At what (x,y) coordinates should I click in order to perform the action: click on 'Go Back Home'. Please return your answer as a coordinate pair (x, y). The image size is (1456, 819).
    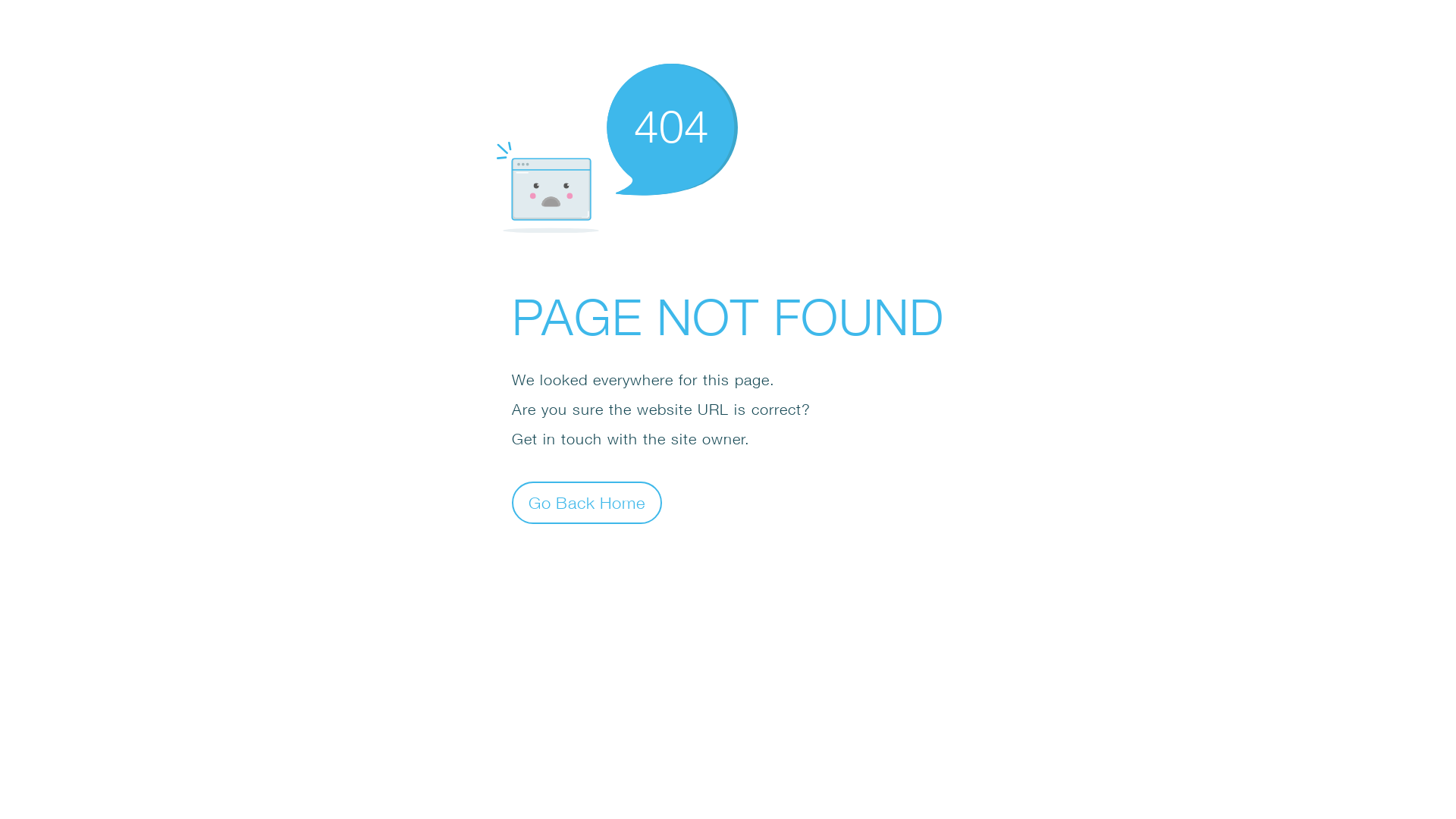
    Looking at the image, I should click on (585, 503).